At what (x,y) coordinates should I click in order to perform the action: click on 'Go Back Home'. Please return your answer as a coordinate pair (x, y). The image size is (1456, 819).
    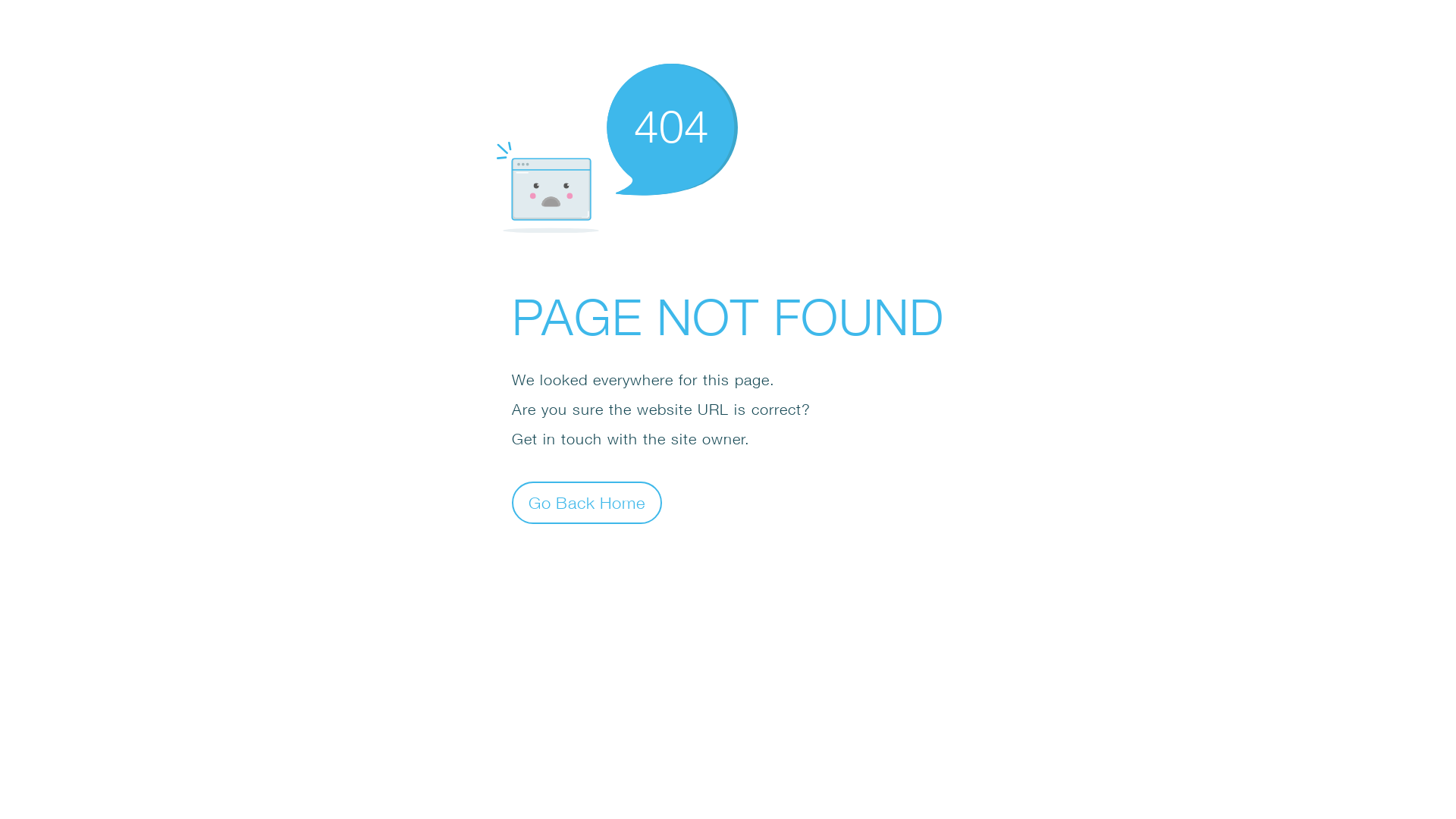
    Looking at the image, I should click on (585, 503).